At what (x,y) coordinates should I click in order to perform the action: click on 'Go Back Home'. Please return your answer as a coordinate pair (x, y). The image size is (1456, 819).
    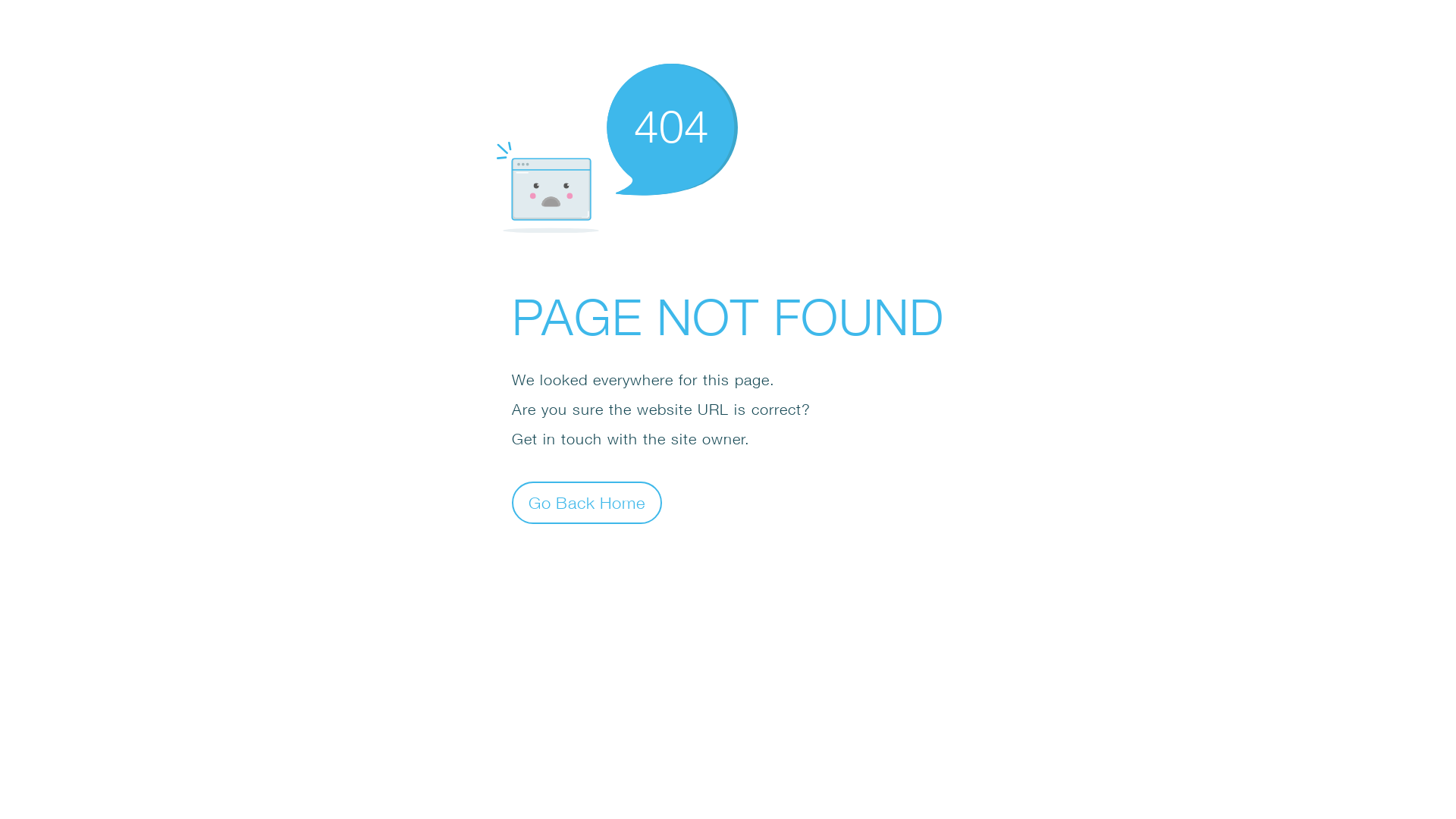
    Looking at the image, I should click on (585, 503).